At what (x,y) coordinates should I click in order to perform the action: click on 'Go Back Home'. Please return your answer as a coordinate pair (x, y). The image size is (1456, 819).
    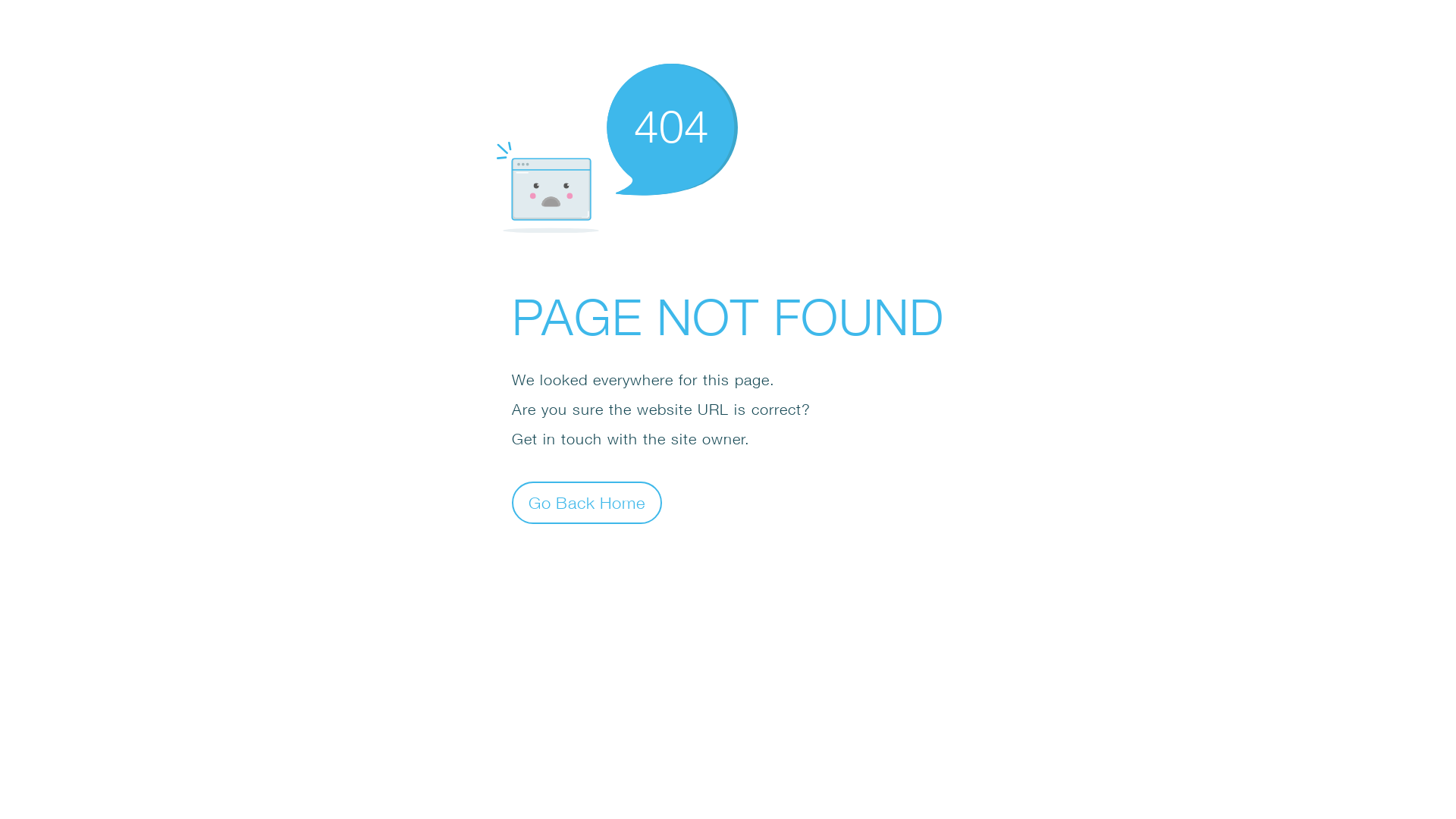
    Looking at the image, I should click on (585, 503).